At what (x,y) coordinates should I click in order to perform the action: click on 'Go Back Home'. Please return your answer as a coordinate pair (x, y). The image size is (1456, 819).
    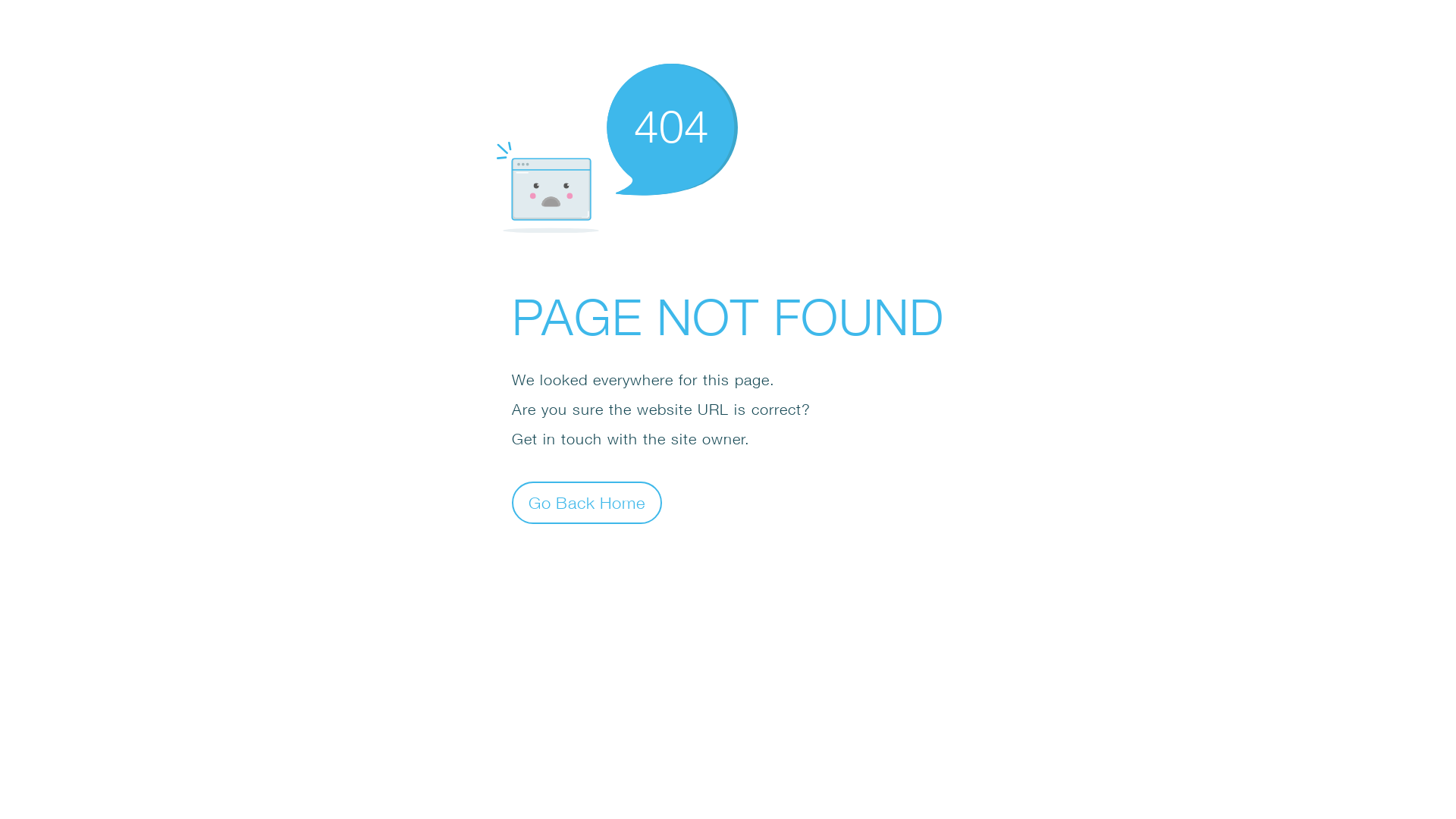
    Looking at the image, I should click on (585, 503).